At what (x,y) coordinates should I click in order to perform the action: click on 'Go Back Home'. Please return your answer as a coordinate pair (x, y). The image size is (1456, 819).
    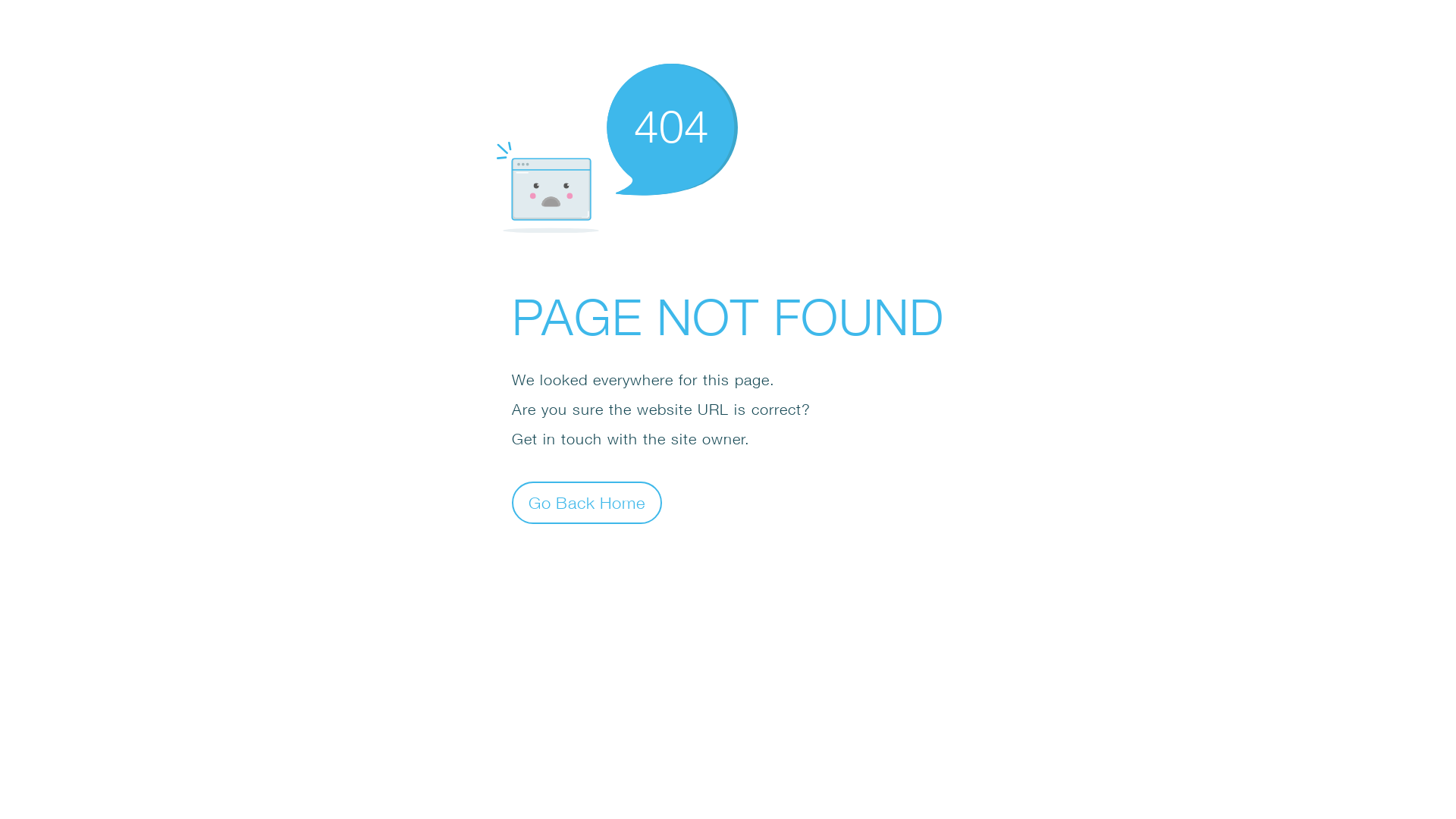
    Looking at the image, I should click on (585, 503).